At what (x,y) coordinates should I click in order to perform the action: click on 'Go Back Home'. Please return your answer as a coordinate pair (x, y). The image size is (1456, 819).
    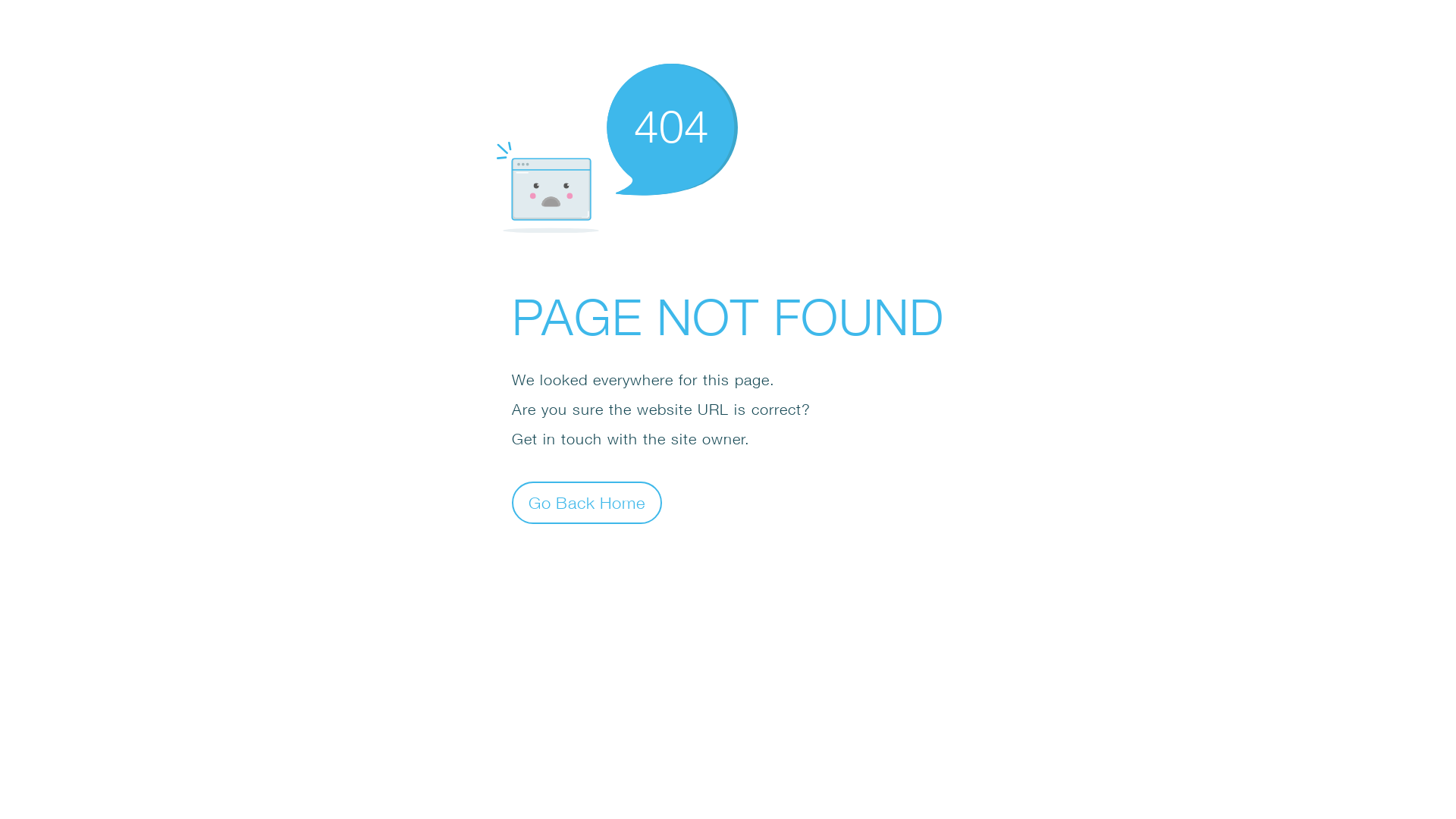
    Looking at the image, I should click on (585, 503).